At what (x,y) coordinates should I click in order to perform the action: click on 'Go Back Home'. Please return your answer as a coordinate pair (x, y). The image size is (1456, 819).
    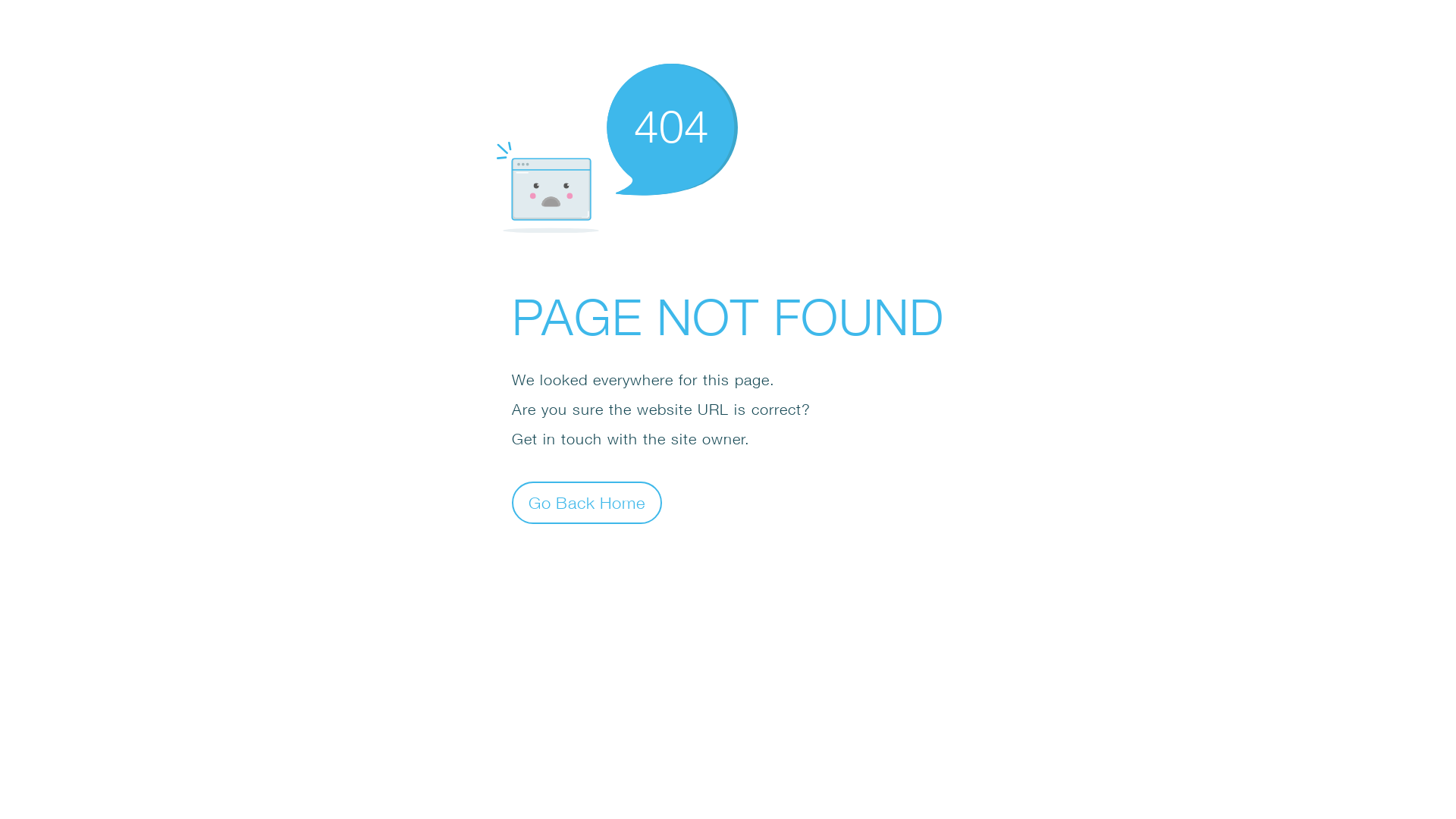
    Looking at the image, I should click on (585, 503).